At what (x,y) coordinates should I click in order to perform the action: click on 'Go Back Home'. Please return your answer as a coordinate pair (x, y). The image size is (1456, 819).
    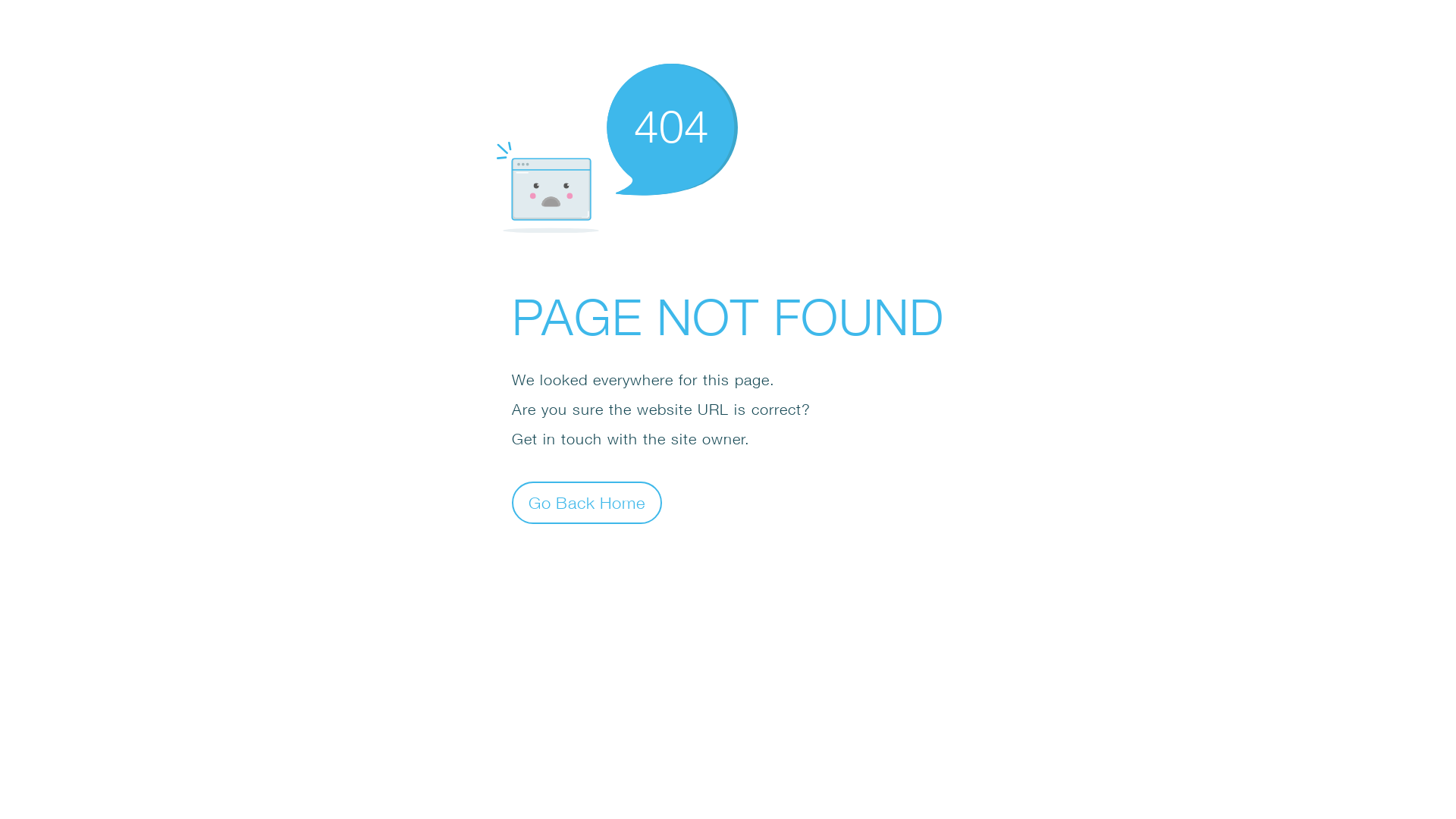
    Looking at the image, I should click on (585, 503).